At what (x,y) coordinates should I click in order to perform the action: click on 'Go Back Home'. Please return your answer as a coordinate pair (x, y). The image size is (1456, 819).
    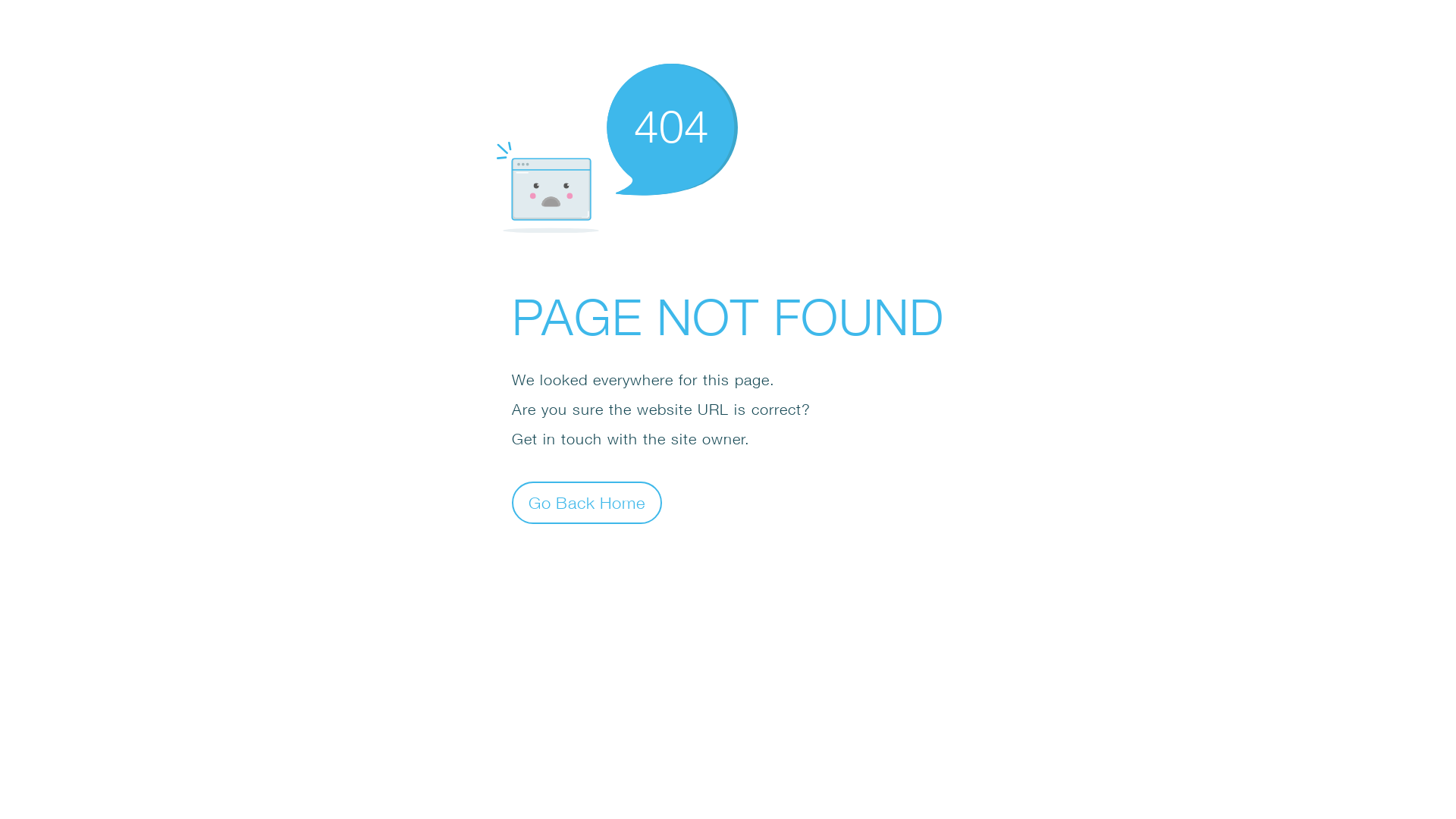
    Looking at the image, I should click on (585, 503).